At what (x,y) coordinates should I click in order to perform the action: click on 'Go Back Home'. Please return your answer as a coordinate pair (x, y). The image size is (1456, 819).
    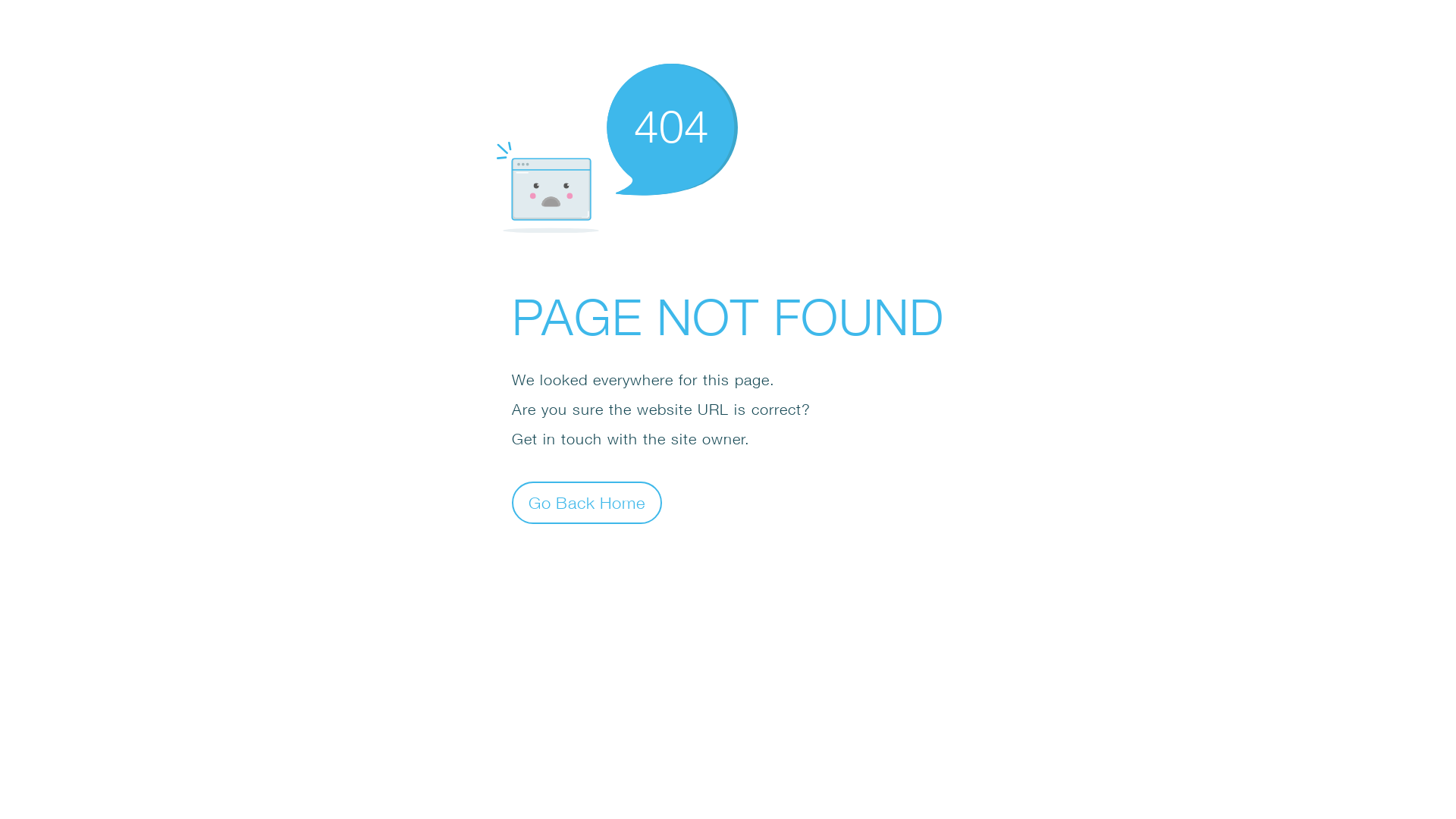
    Looking at the image, I should click on (585, 503).